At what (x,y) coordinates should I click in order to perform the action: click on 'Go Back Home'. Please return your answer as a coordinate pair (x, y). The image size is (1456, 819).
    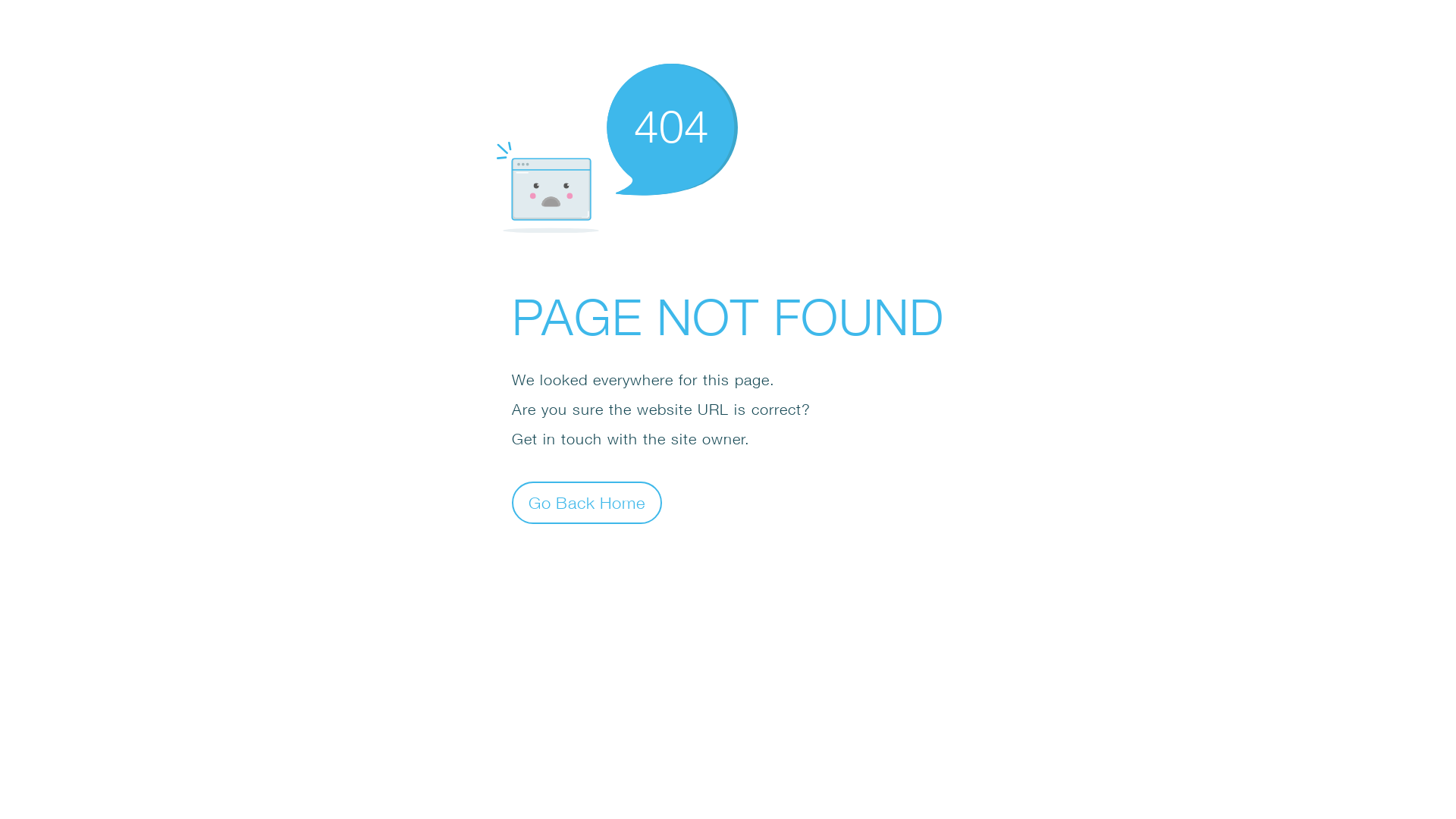
    Looking at the image, I should click on (585, 503).